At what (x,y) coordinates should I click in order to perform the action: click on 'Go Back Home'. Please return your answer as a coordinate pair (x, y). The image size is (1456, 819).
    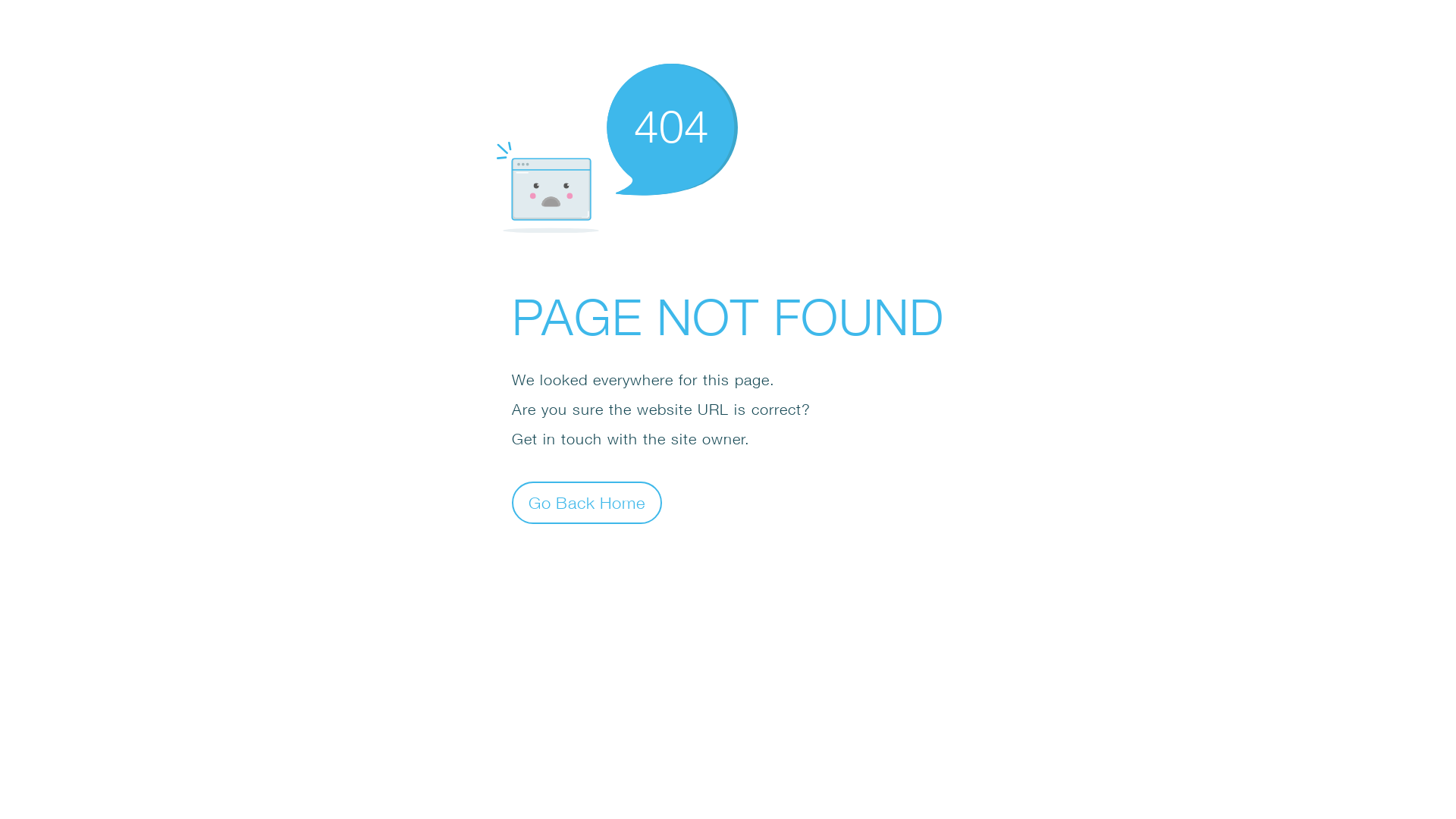
    Looking at the image, I should click on (585, 503).